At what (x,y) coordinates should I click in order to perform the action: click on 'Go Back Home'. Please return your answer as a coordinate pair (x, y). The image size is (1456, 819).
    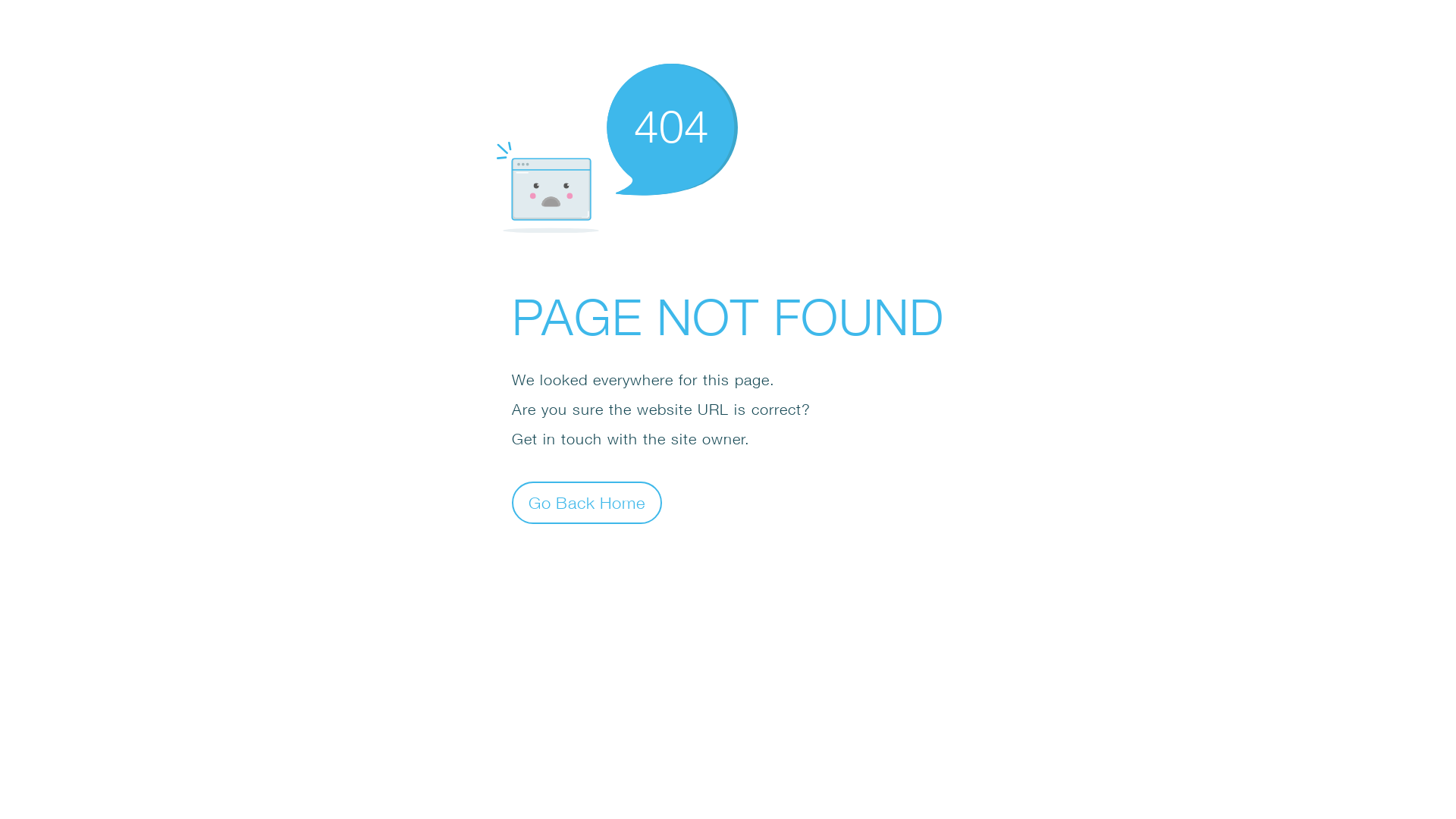
    Looking at the image, I should click on (585, 503).